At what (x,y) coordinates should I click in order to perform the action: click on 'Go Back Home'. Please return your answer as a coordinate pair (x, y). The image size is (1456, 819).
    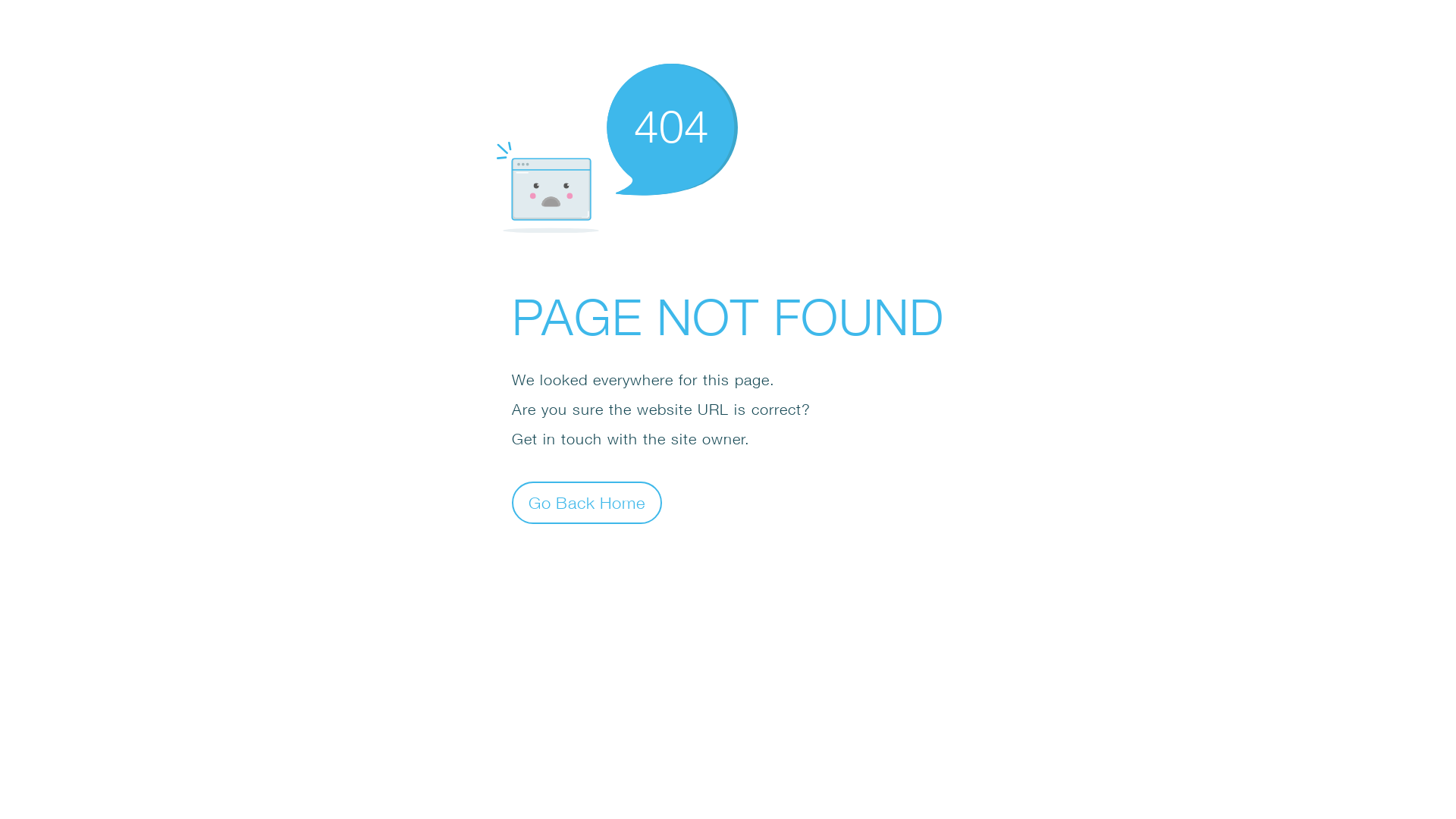
    Looking at the image, I should click on (585, 503).